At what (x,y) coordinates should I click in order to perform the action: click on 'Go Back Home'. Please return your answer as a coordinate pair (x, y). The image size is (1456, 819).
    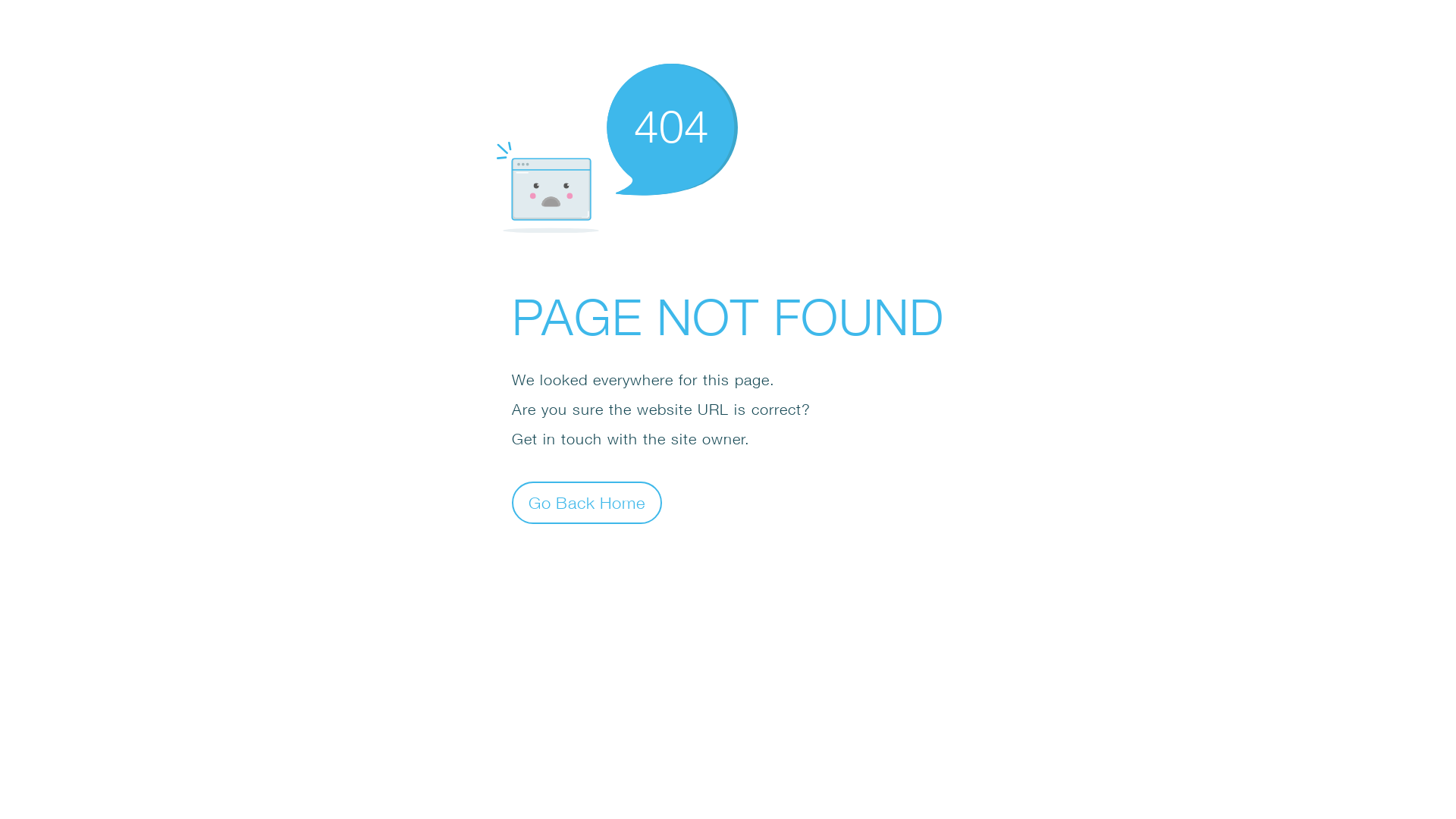
    Looking at the image, I should click on (585, 503).